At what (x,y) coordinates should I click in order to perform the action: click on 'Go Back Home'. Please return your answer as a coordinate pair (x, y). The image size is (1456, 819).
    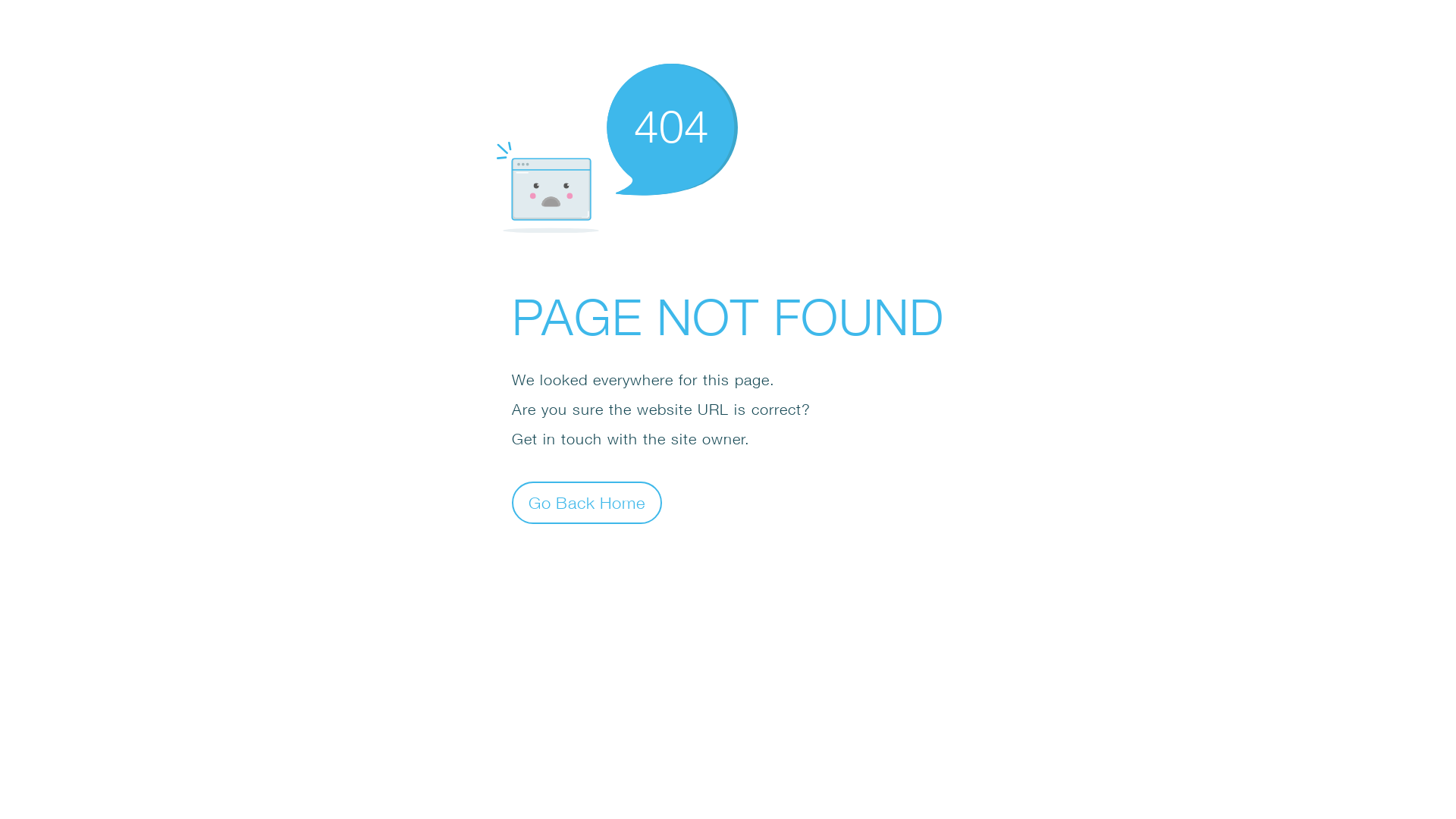
    Looking at the image, I should click on (585, 503).